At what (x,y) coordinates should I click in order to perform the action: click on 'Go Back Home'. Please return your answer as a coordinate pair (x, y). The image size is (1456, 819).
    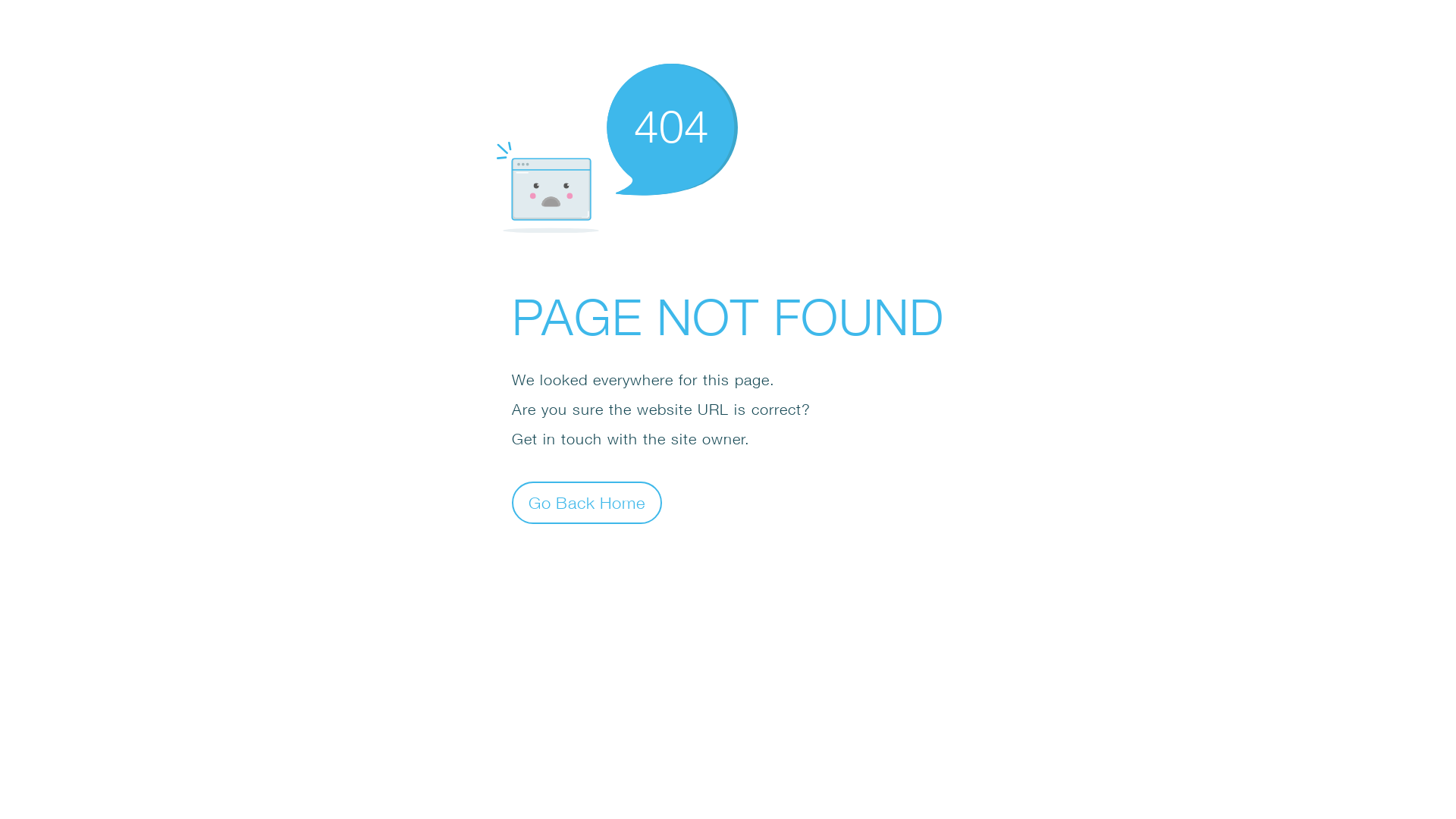
    Looking at the image, I should click on (585, 503).